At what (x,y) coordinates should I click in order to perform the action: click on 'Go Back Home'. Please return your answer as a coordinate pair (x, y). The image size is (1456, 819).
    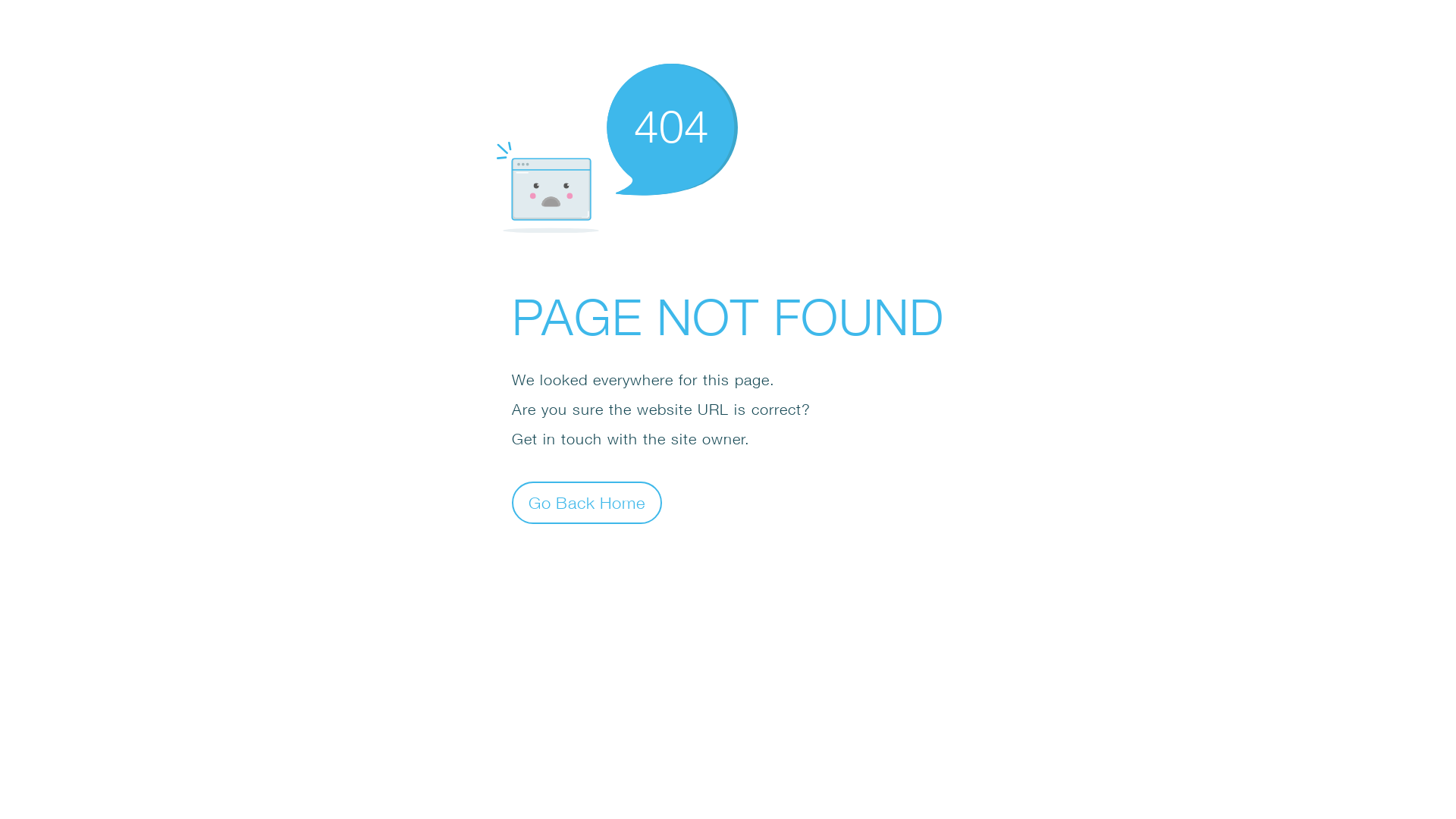
    Looking at the image, I should click on (585, 503).